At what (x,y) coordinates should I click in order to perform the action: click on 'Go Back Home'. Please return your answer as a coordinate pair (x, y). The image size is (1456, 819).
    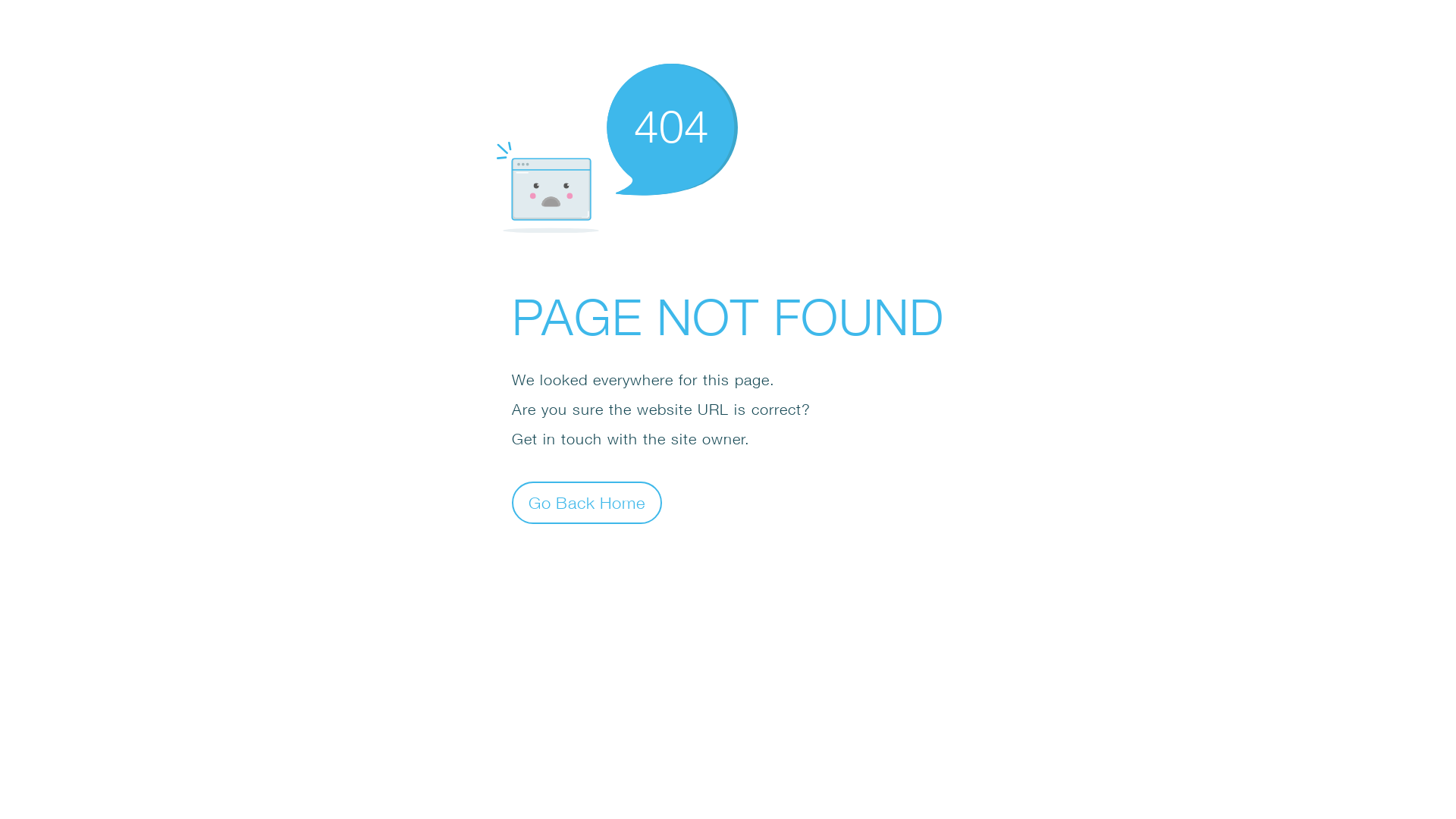
    Looking at the image, I should click on (585, 503).